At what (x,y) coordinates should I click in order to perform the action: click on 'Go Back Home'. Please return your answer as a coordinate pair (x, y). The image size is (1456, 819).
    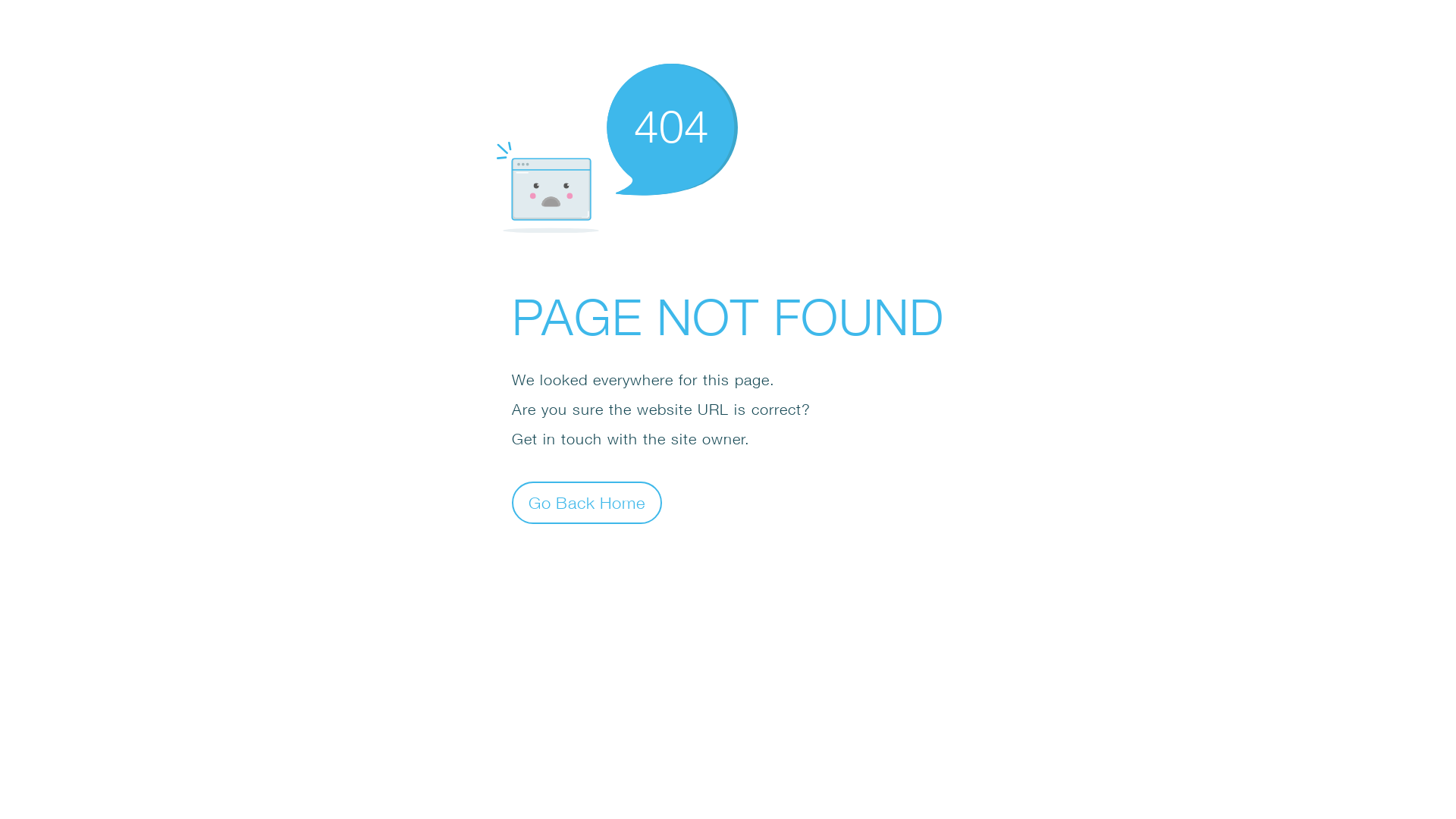
    Looking at the image, I should click on (585, 503).